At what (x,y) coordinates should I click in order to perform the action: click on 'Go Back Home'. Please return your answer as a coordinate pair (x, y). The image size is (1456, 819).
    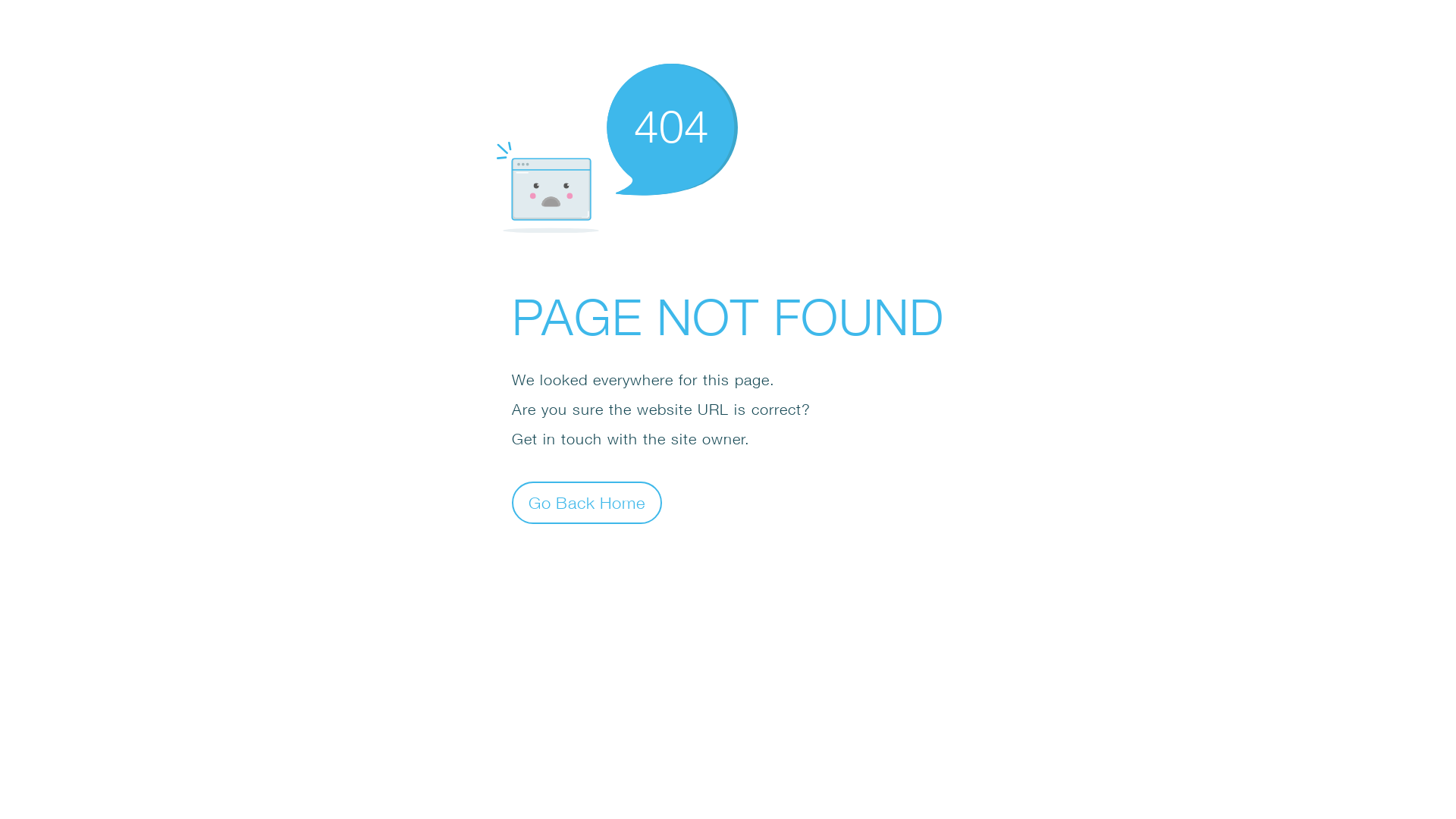
    Looking at the image, I should click on (585, 503).